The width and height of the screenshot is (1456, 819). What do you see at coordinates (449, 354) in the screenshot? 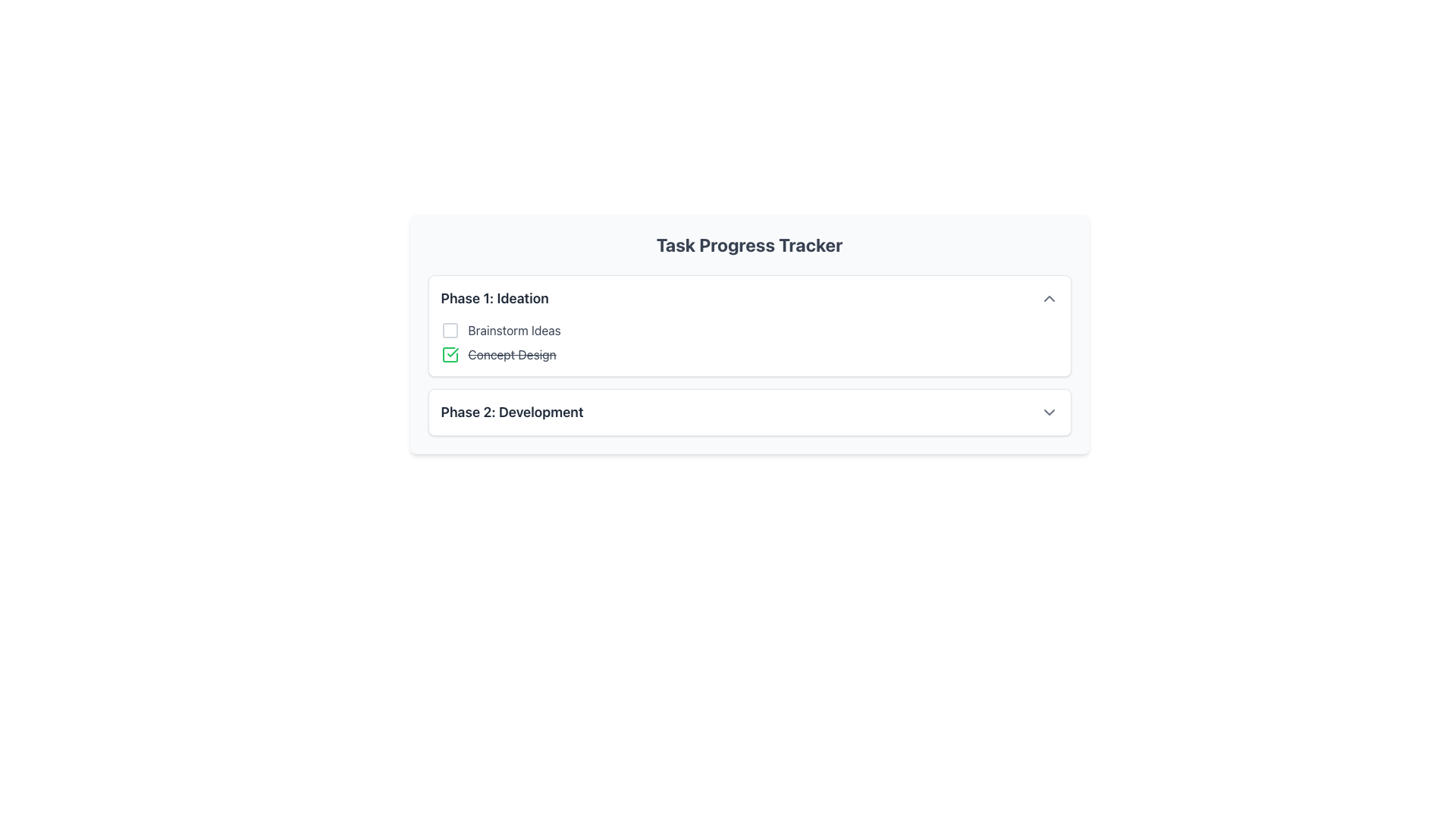
I see `the leftmost icon indicating the selected or completed state of the checklist item 'Concept Design' within the 'Phase 1: Ideation' section` at bounding box center [449, 354].